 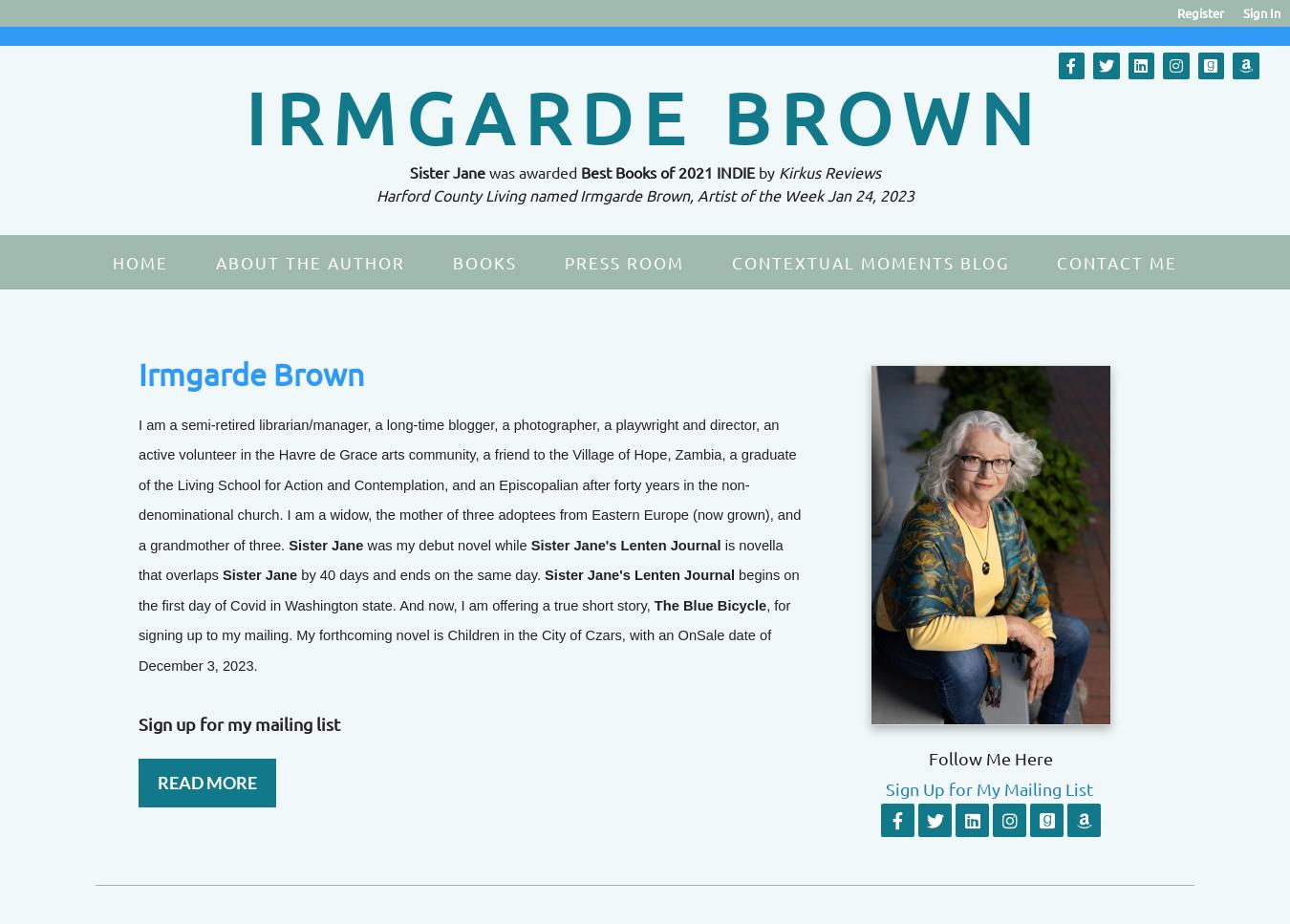 I want to click on 'by 40 days and ends on the same day.', so click(x=299, y=574).